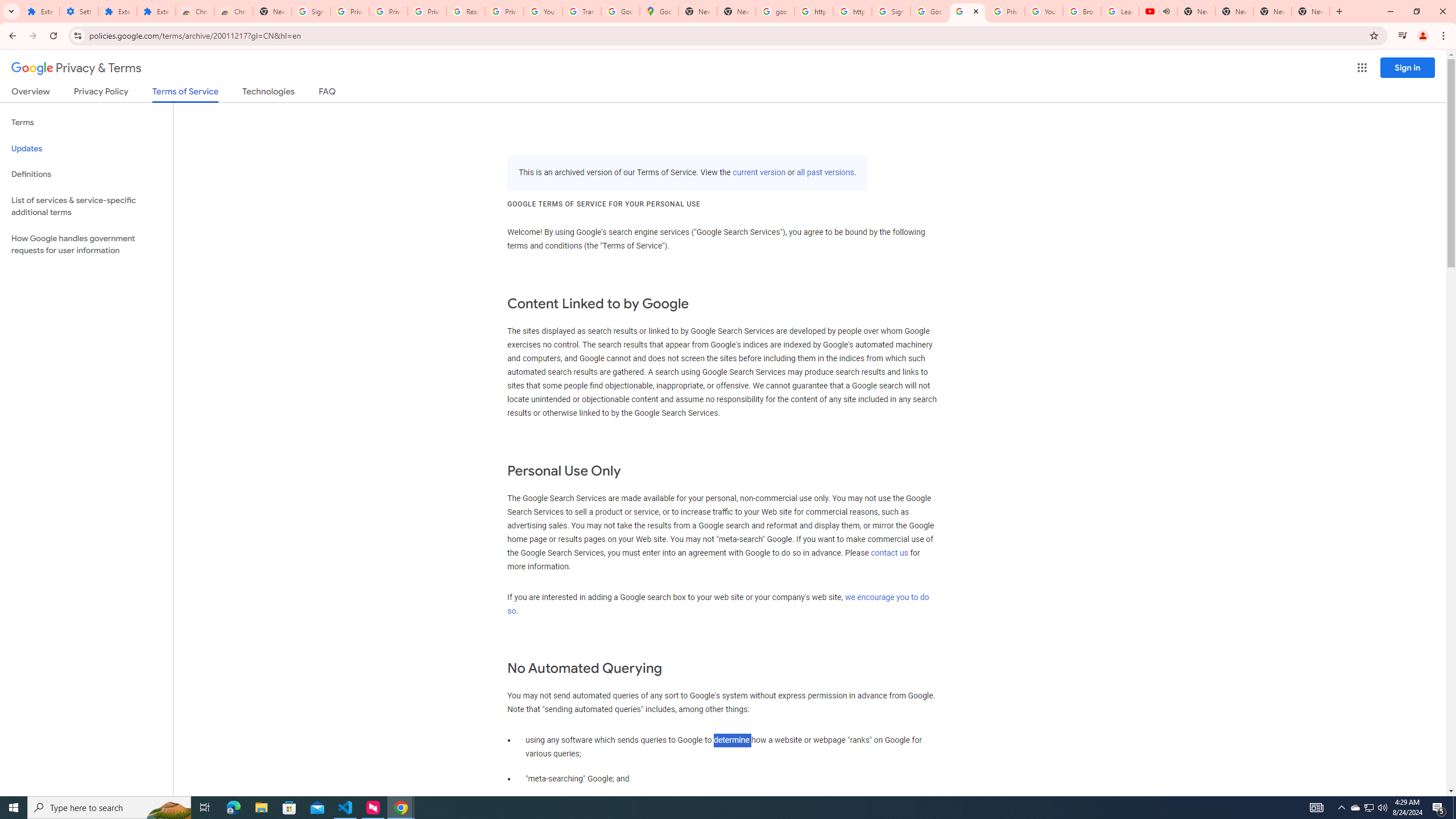 The image size is (1456, 819). I want to click on 'current version', so click(759, 172).